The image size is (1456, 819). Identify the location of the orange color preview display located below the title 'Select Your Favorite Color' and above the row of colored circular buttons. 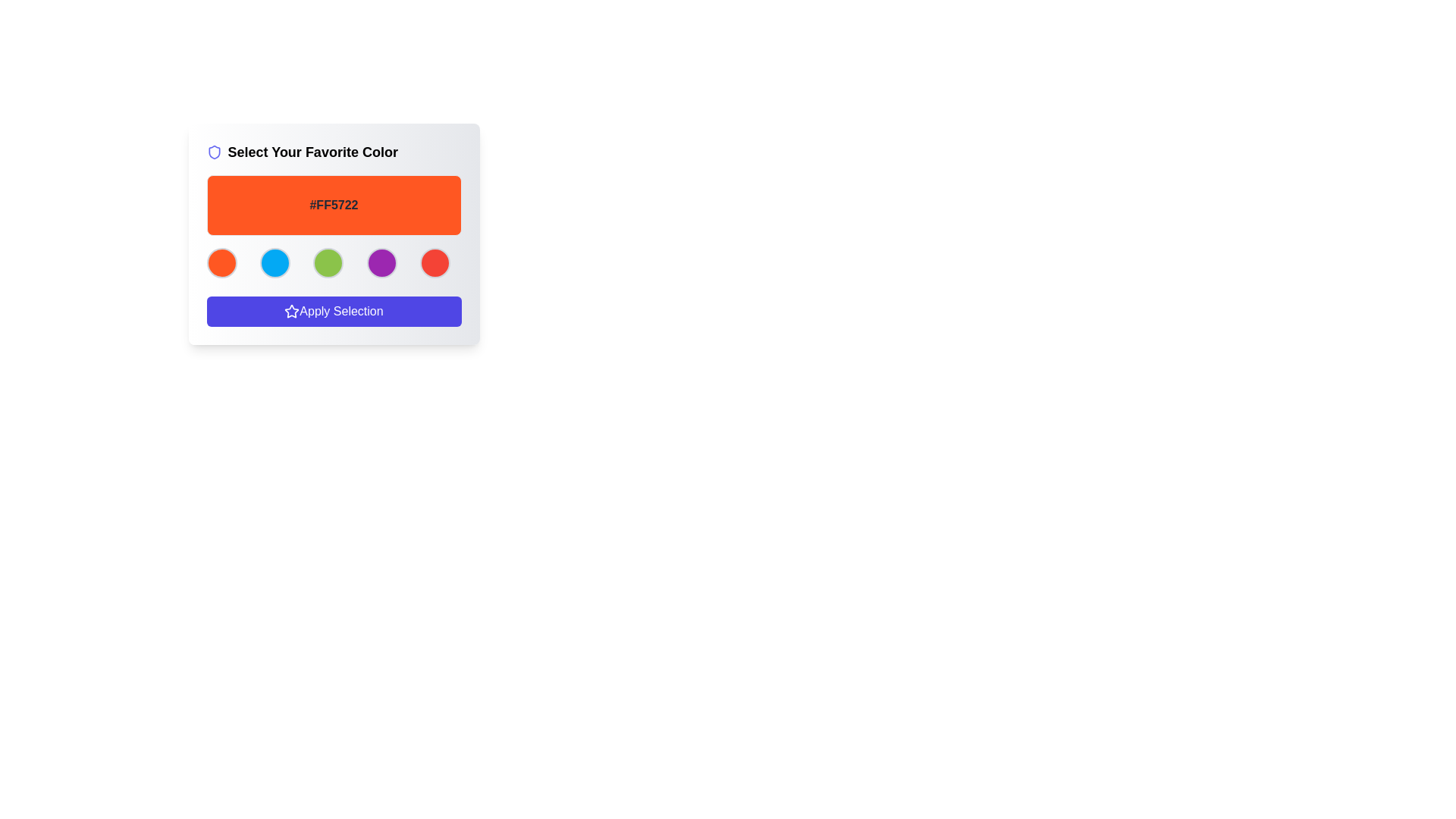
(333, 205).